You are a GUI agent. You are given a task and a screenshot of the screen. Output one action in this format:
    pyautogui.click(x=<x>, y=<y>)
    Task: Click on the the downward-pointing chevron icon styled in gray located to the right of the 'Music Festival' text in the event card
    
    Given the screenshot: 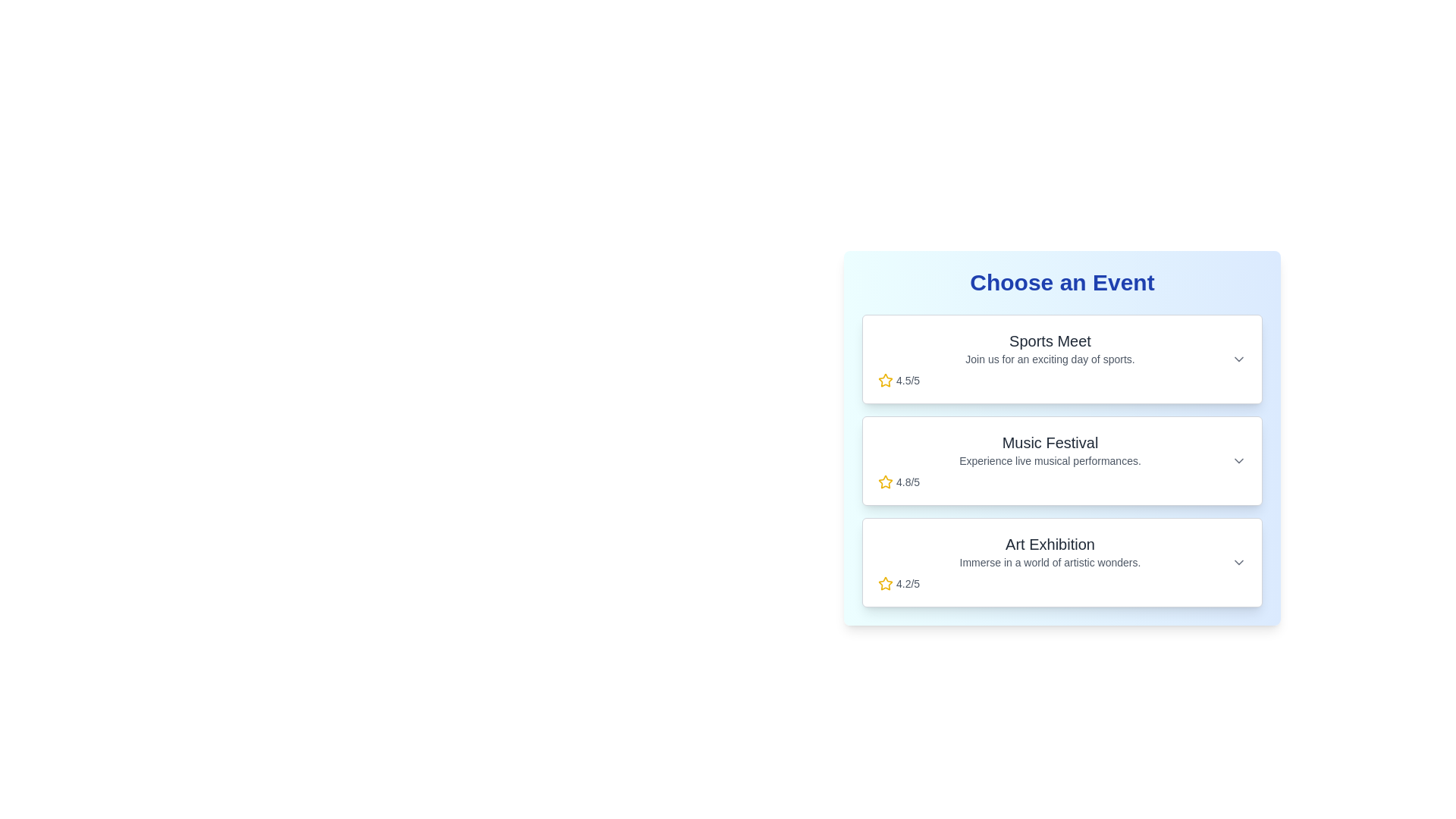 What is the action you would take?
    pyautogui.click(x=1238, y=460)
    